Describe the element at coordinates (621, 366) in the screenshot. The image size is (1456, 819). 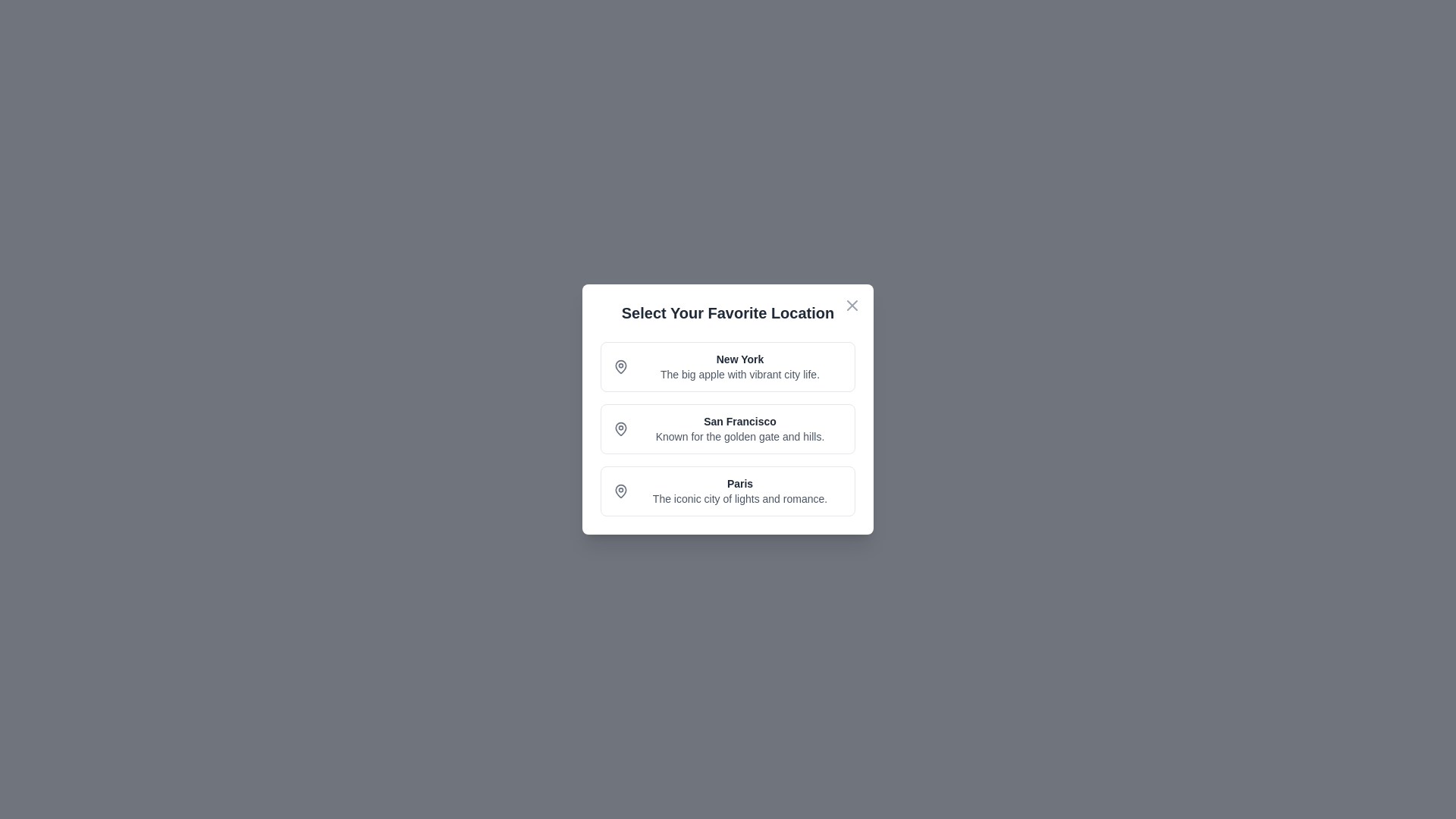
I see `the icon of the New York card to inspect it` at that location.